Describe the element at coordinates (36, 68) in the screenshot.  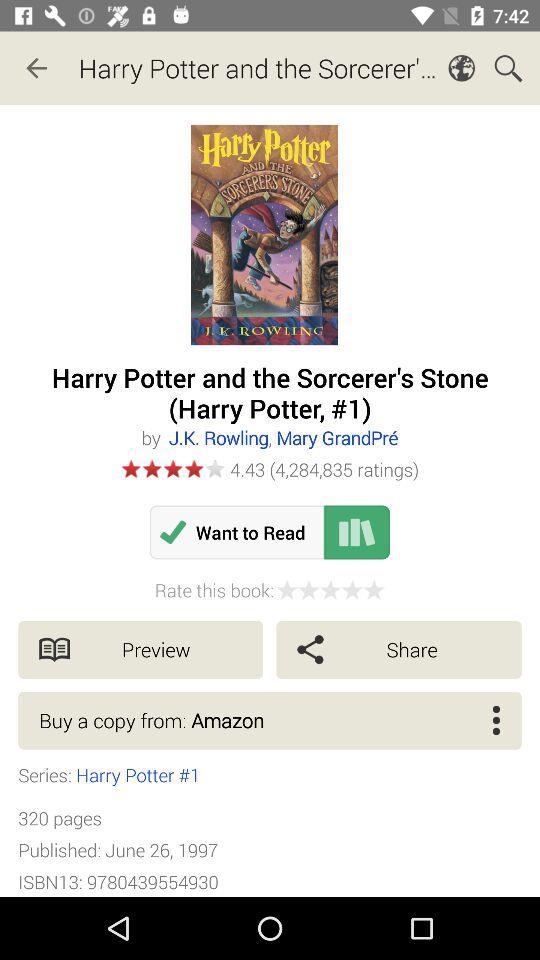
I see `item next to the harry potter and app` at that location.